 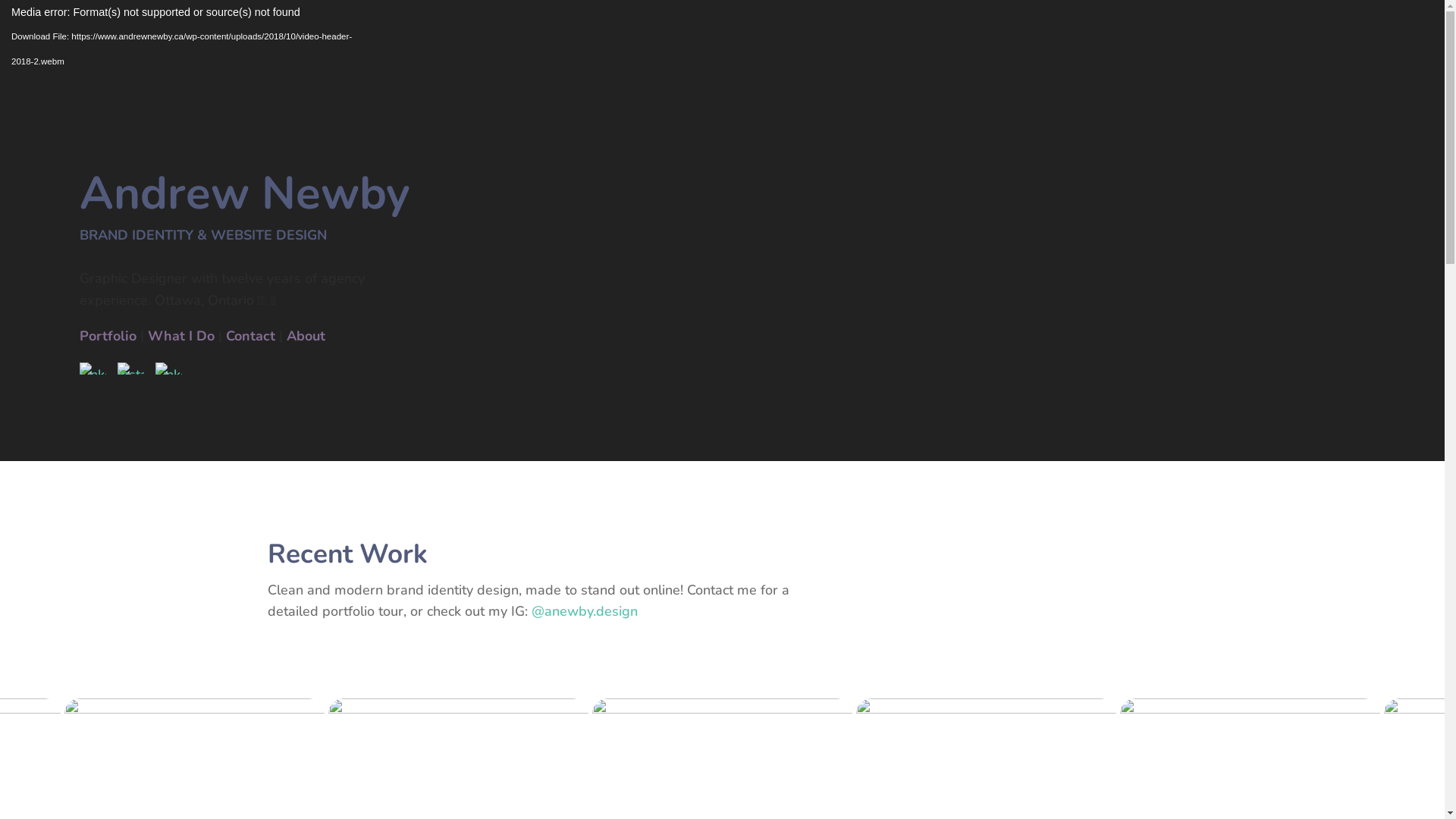 What do you see at coordinates (92, 369) in the screenshot?
I see `'LinkedIn'` at bounding box center [92, 369].